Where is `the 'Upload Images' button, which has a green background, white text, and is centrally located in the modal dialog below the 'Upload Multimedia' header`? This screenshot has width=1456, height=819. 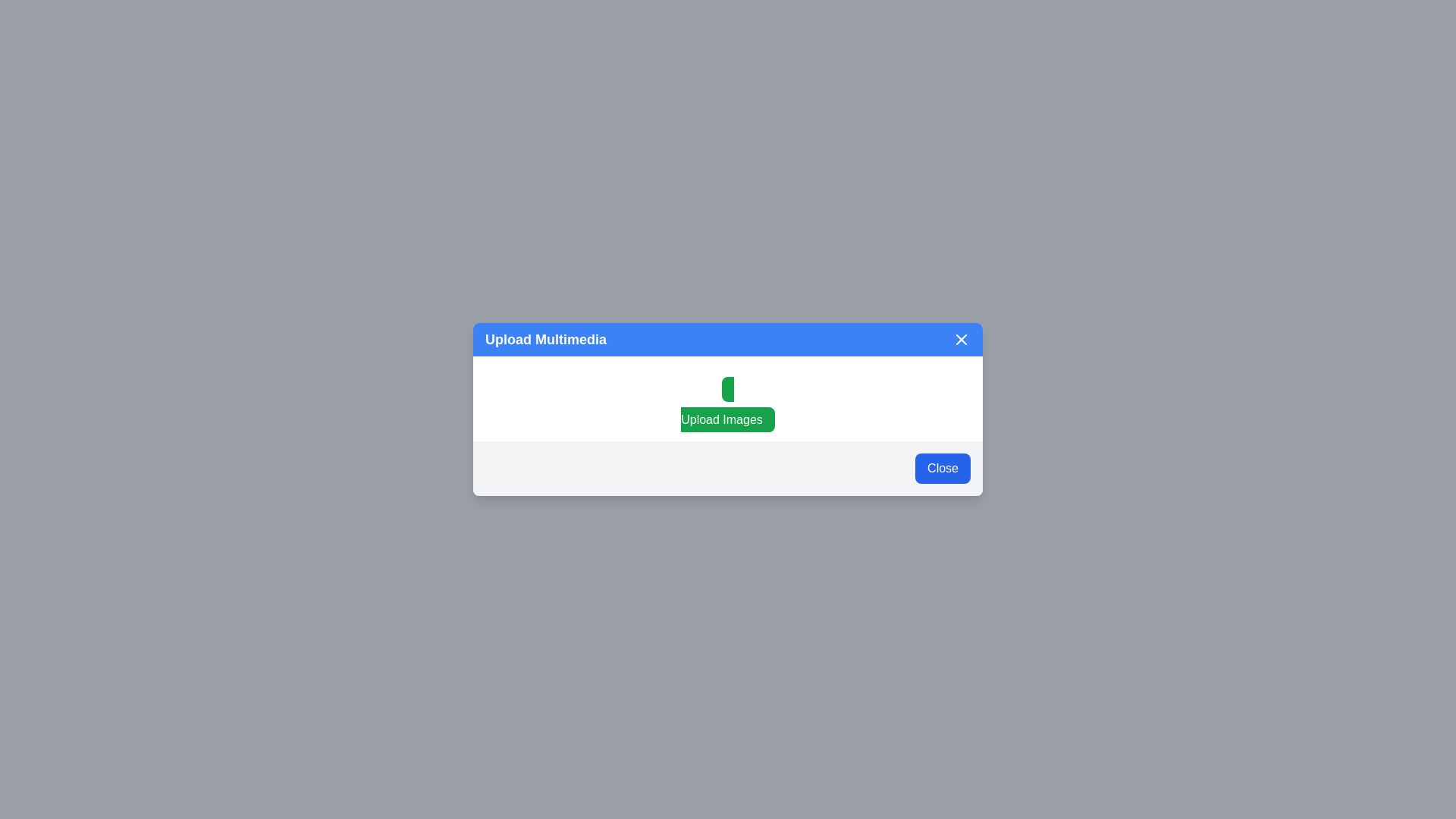 the 'Upload Images' button, which has a green background, white text, and is centrally located in the modal dialog below the 'Upload Multimedia' header is located at coordinates (728, 403).